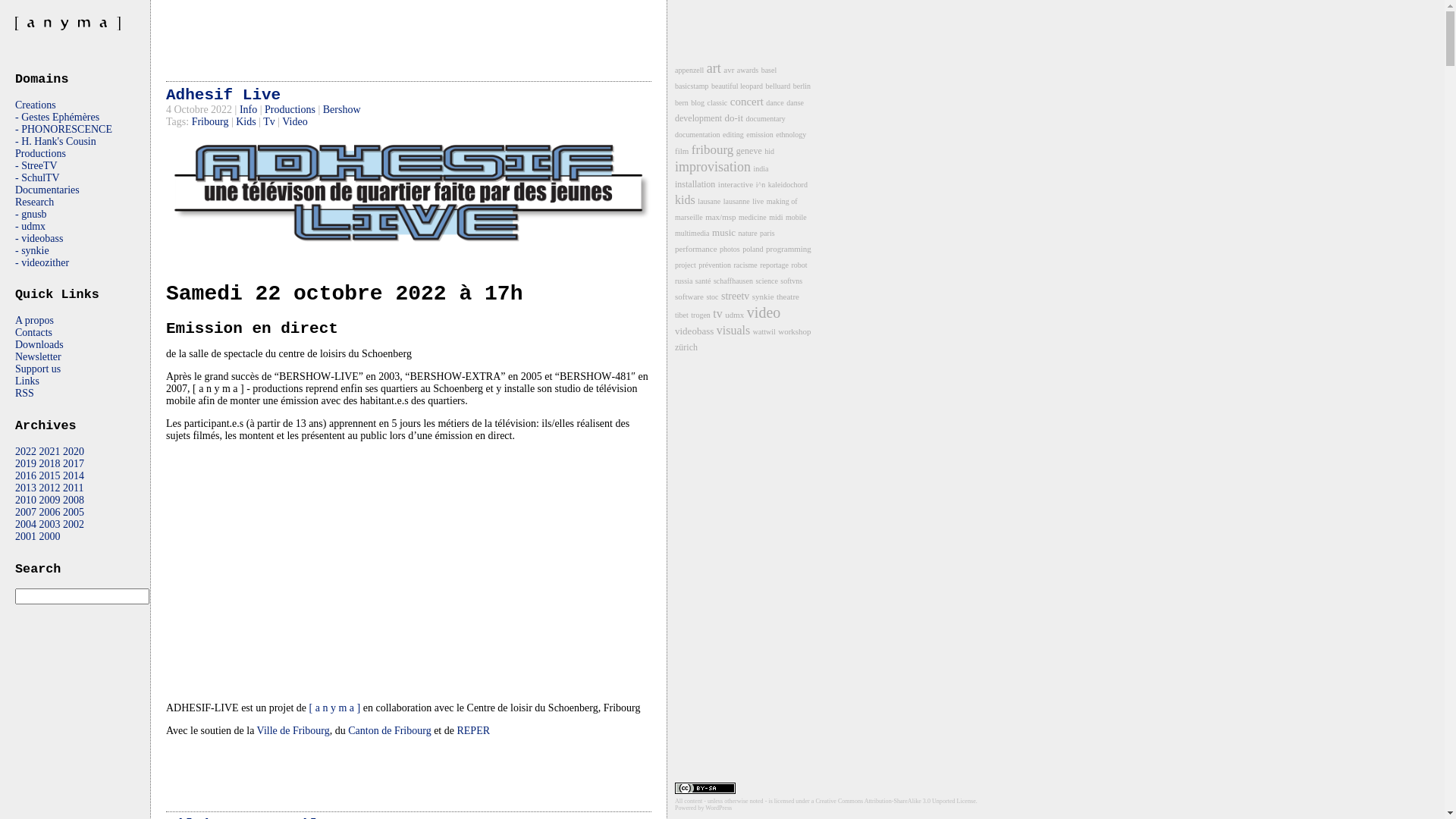 The width and height of the screenshot is (1456, 819). What do you see at coordinates (72, 523) in the screenshot?
I see `'2002'` at bounding box center [72, 523].